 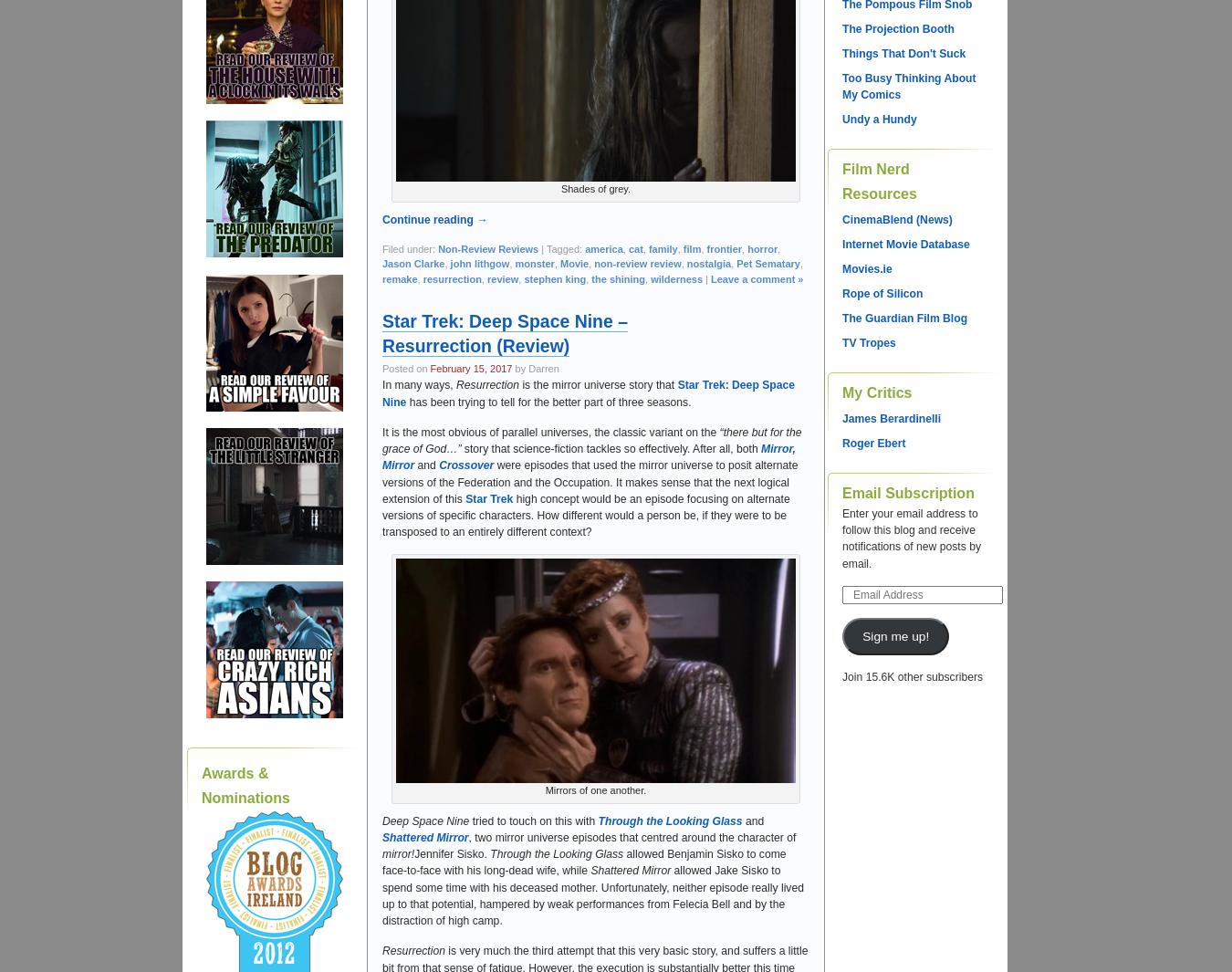 I want to click on 'frontier', so click(x=724, y=247).